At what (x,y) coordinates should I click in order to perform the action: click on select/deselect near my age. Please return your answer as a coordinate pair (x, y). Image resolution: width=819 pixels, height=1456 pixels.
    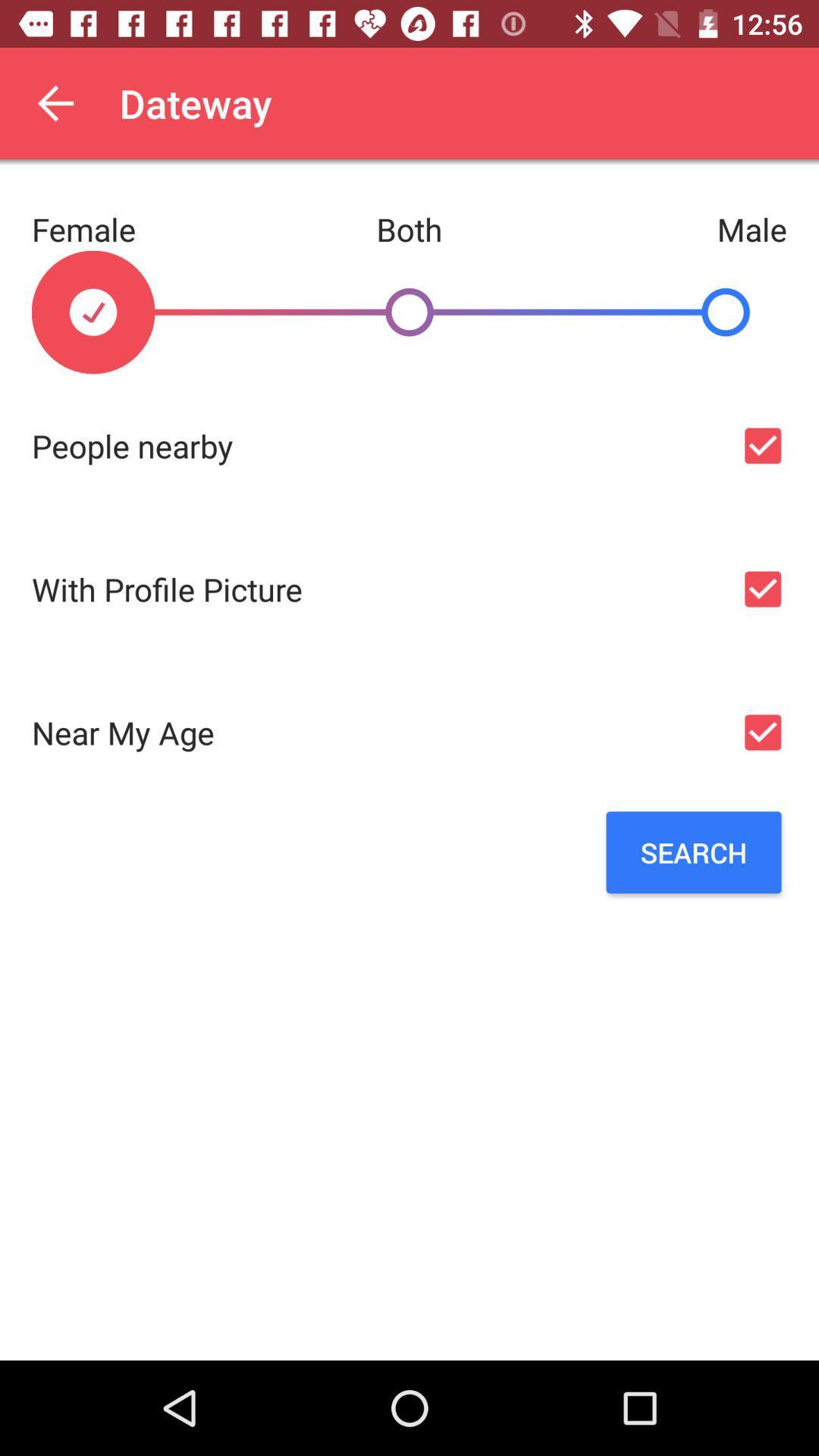
    Looking at the image, I should click on (762, 732).